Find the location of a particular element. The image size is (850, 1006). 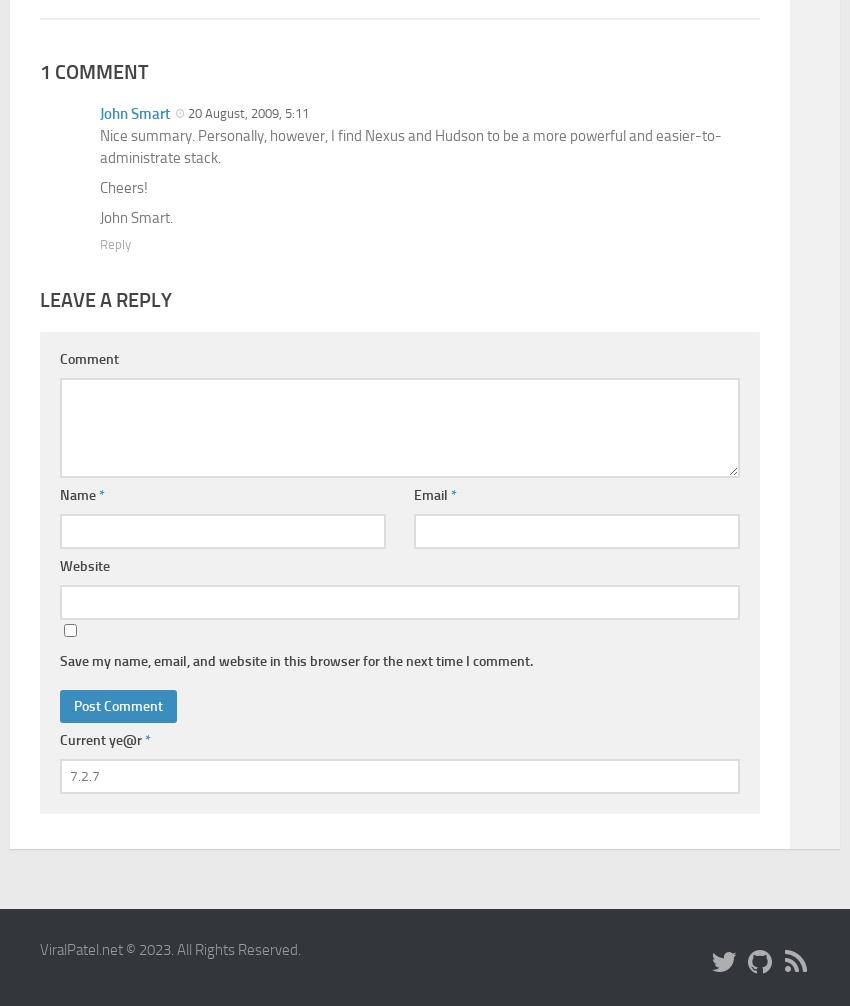

'You may also like...' is located at coordinates (68, 457).